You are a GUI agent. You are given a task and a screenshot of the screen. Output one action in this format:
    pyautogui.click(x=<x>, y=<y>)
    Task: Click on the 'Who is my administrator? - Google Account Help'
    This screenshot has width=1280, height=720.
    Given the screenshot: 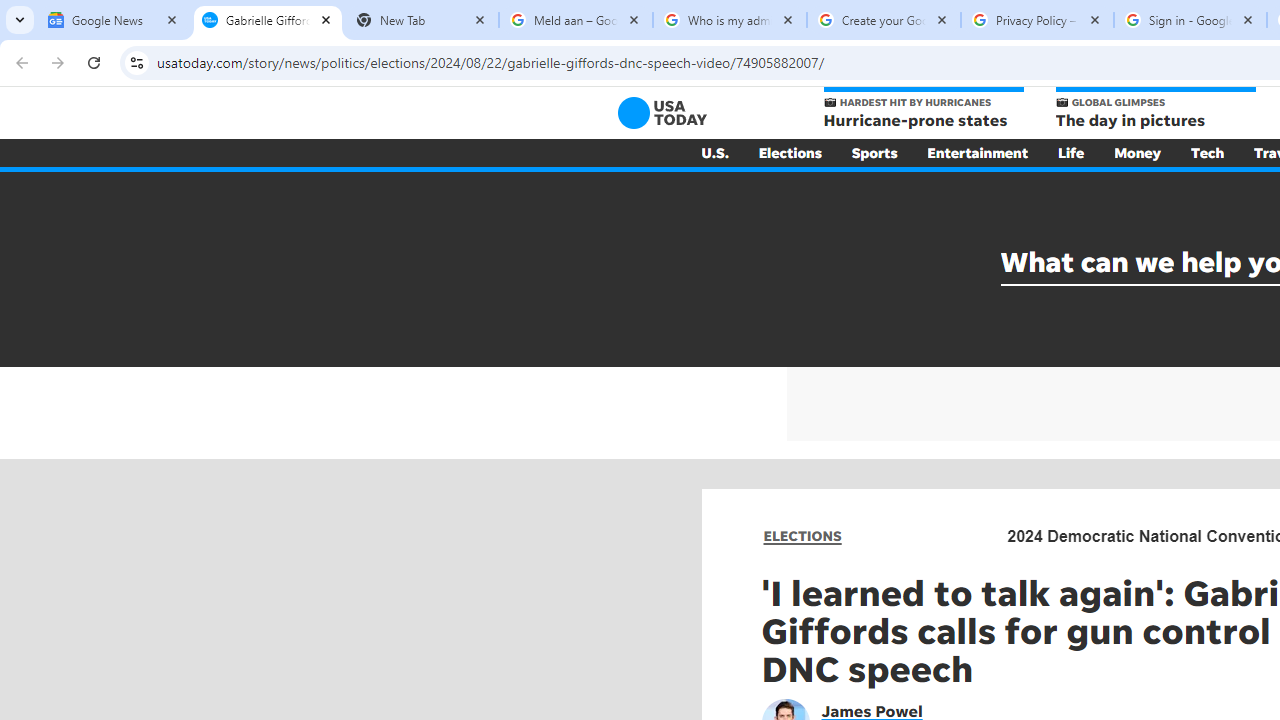 What is the action you would take?
    pyautogui.click(x=729, y=20)
    